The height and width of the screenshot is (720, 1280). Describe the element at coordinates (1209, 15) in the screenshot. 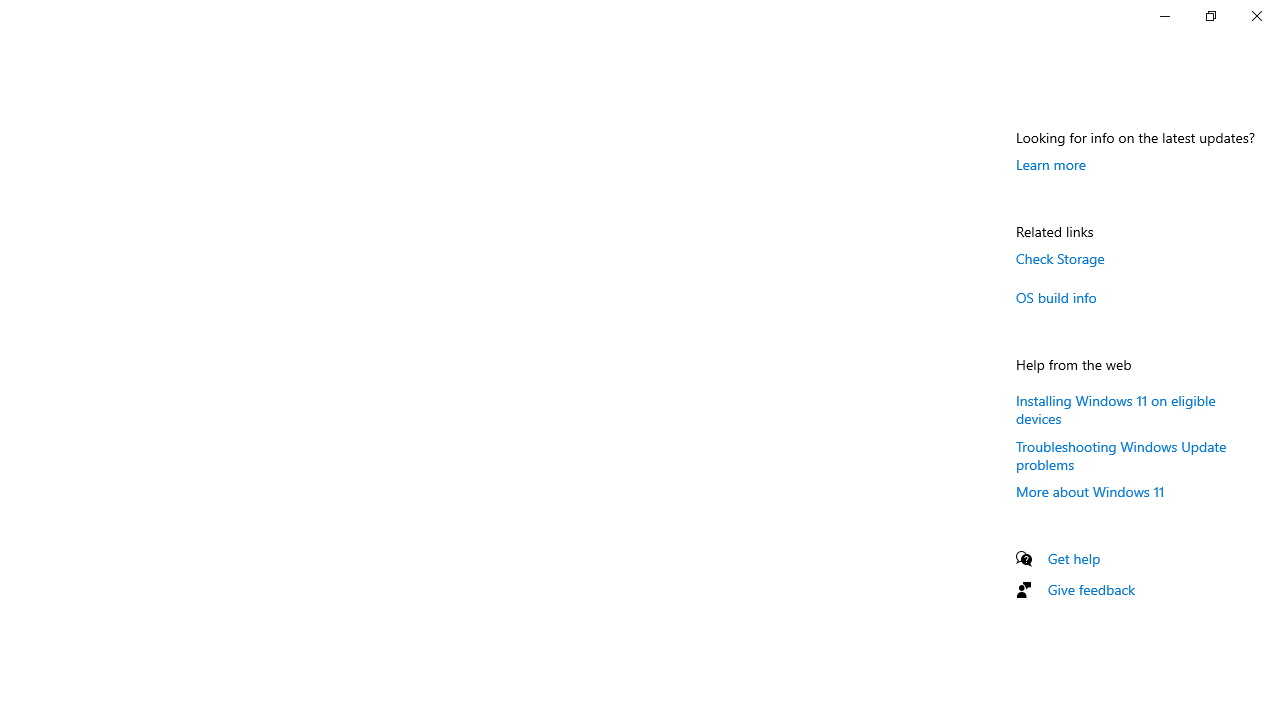

I see `'Restore Settings'` at that location.